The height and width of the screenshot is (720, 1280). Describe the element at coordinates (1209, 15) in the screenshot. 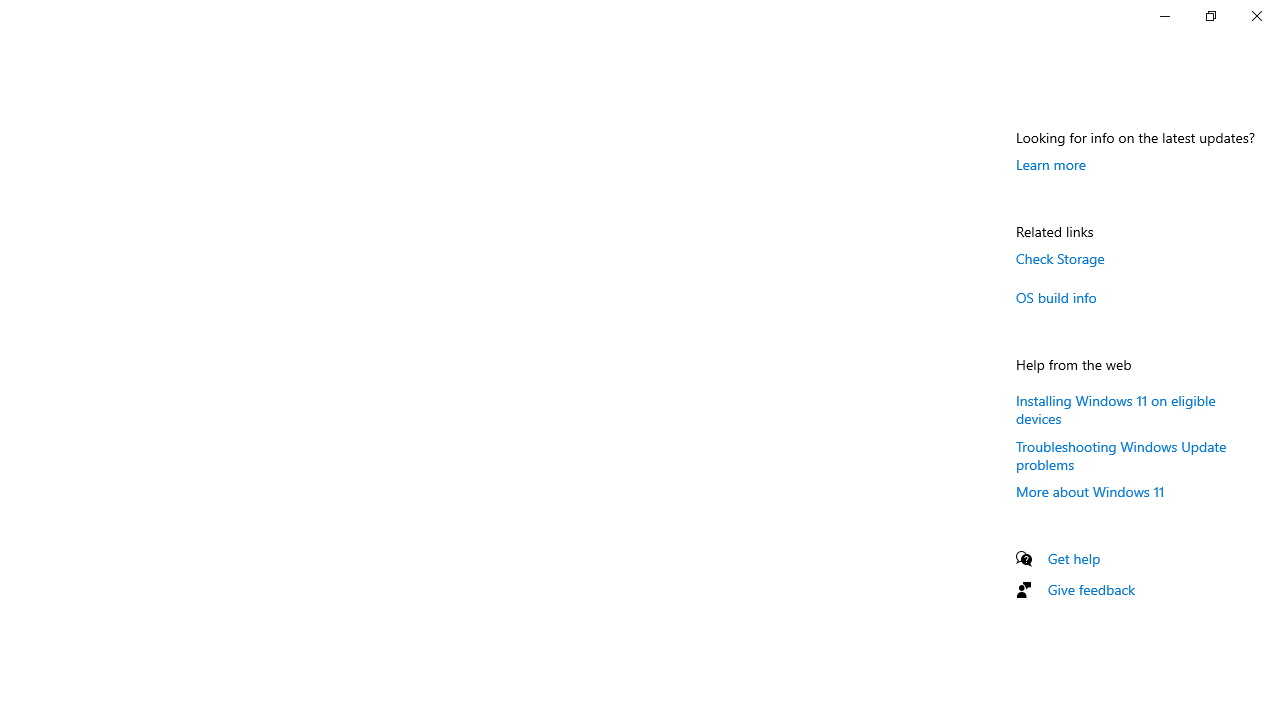

I see `'Restore Settings'` at that location.